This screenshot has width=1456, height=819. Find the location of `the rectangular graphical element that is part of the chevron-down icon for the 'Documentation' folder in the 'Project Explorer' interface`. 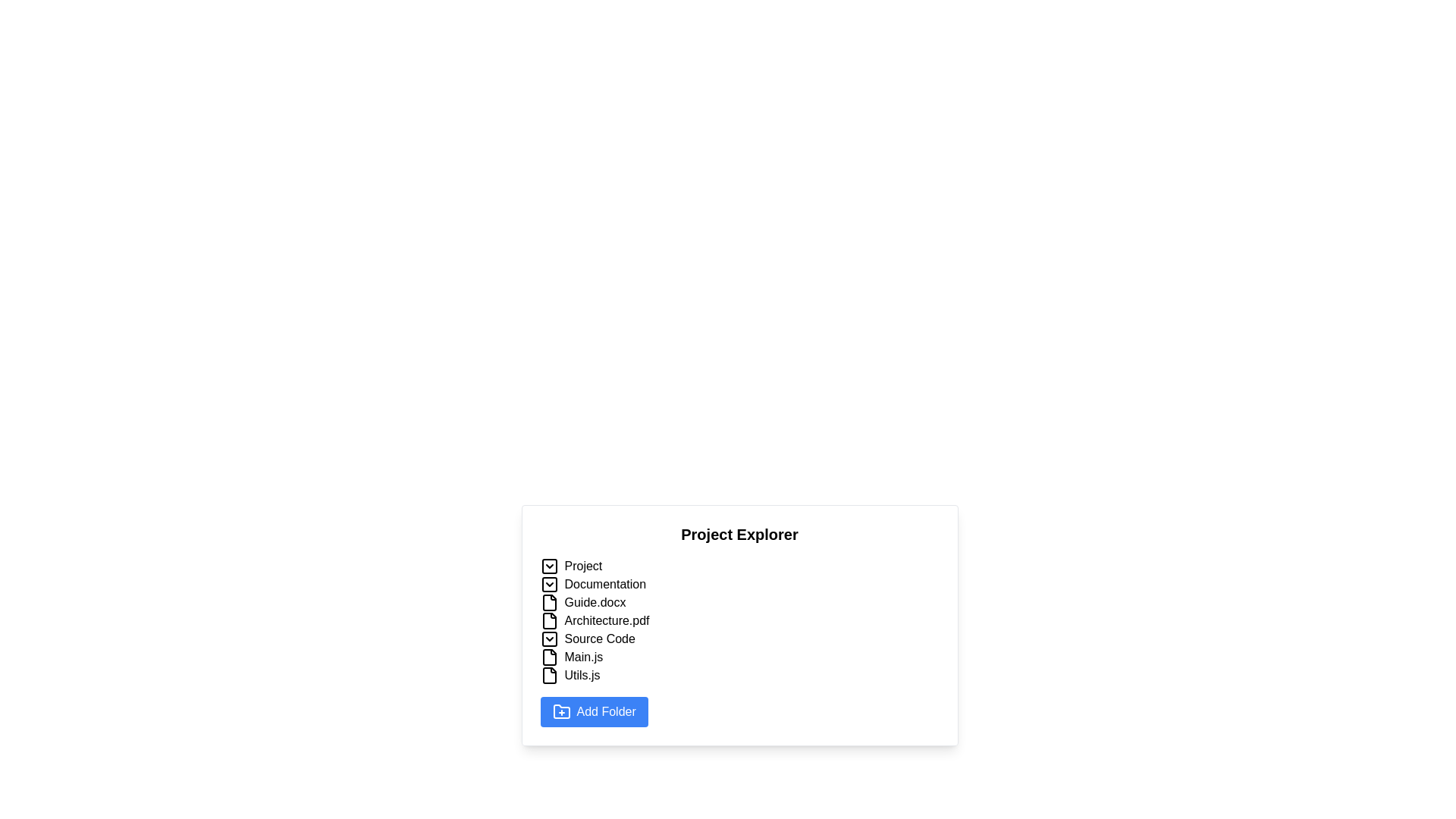

the rectangular graphical element that is part of the chevron-down icon for the 'Documentation' folder in the 'Project Explorer' interface is located at coordinates (548, 584).